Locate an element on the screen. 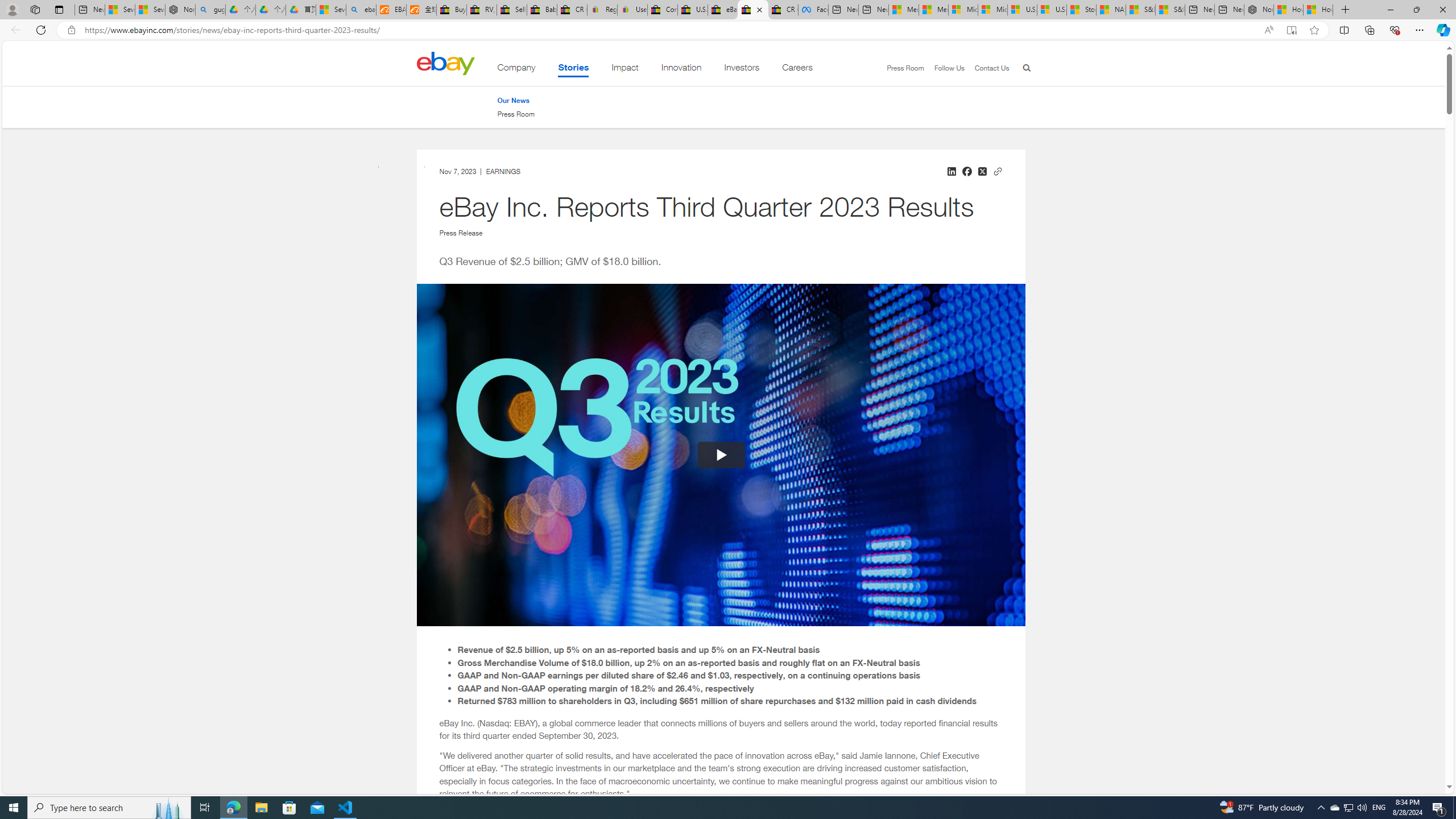 This screenshot has height=819, width=1456. 'Split screen' is located at coordinates (1345, 29).